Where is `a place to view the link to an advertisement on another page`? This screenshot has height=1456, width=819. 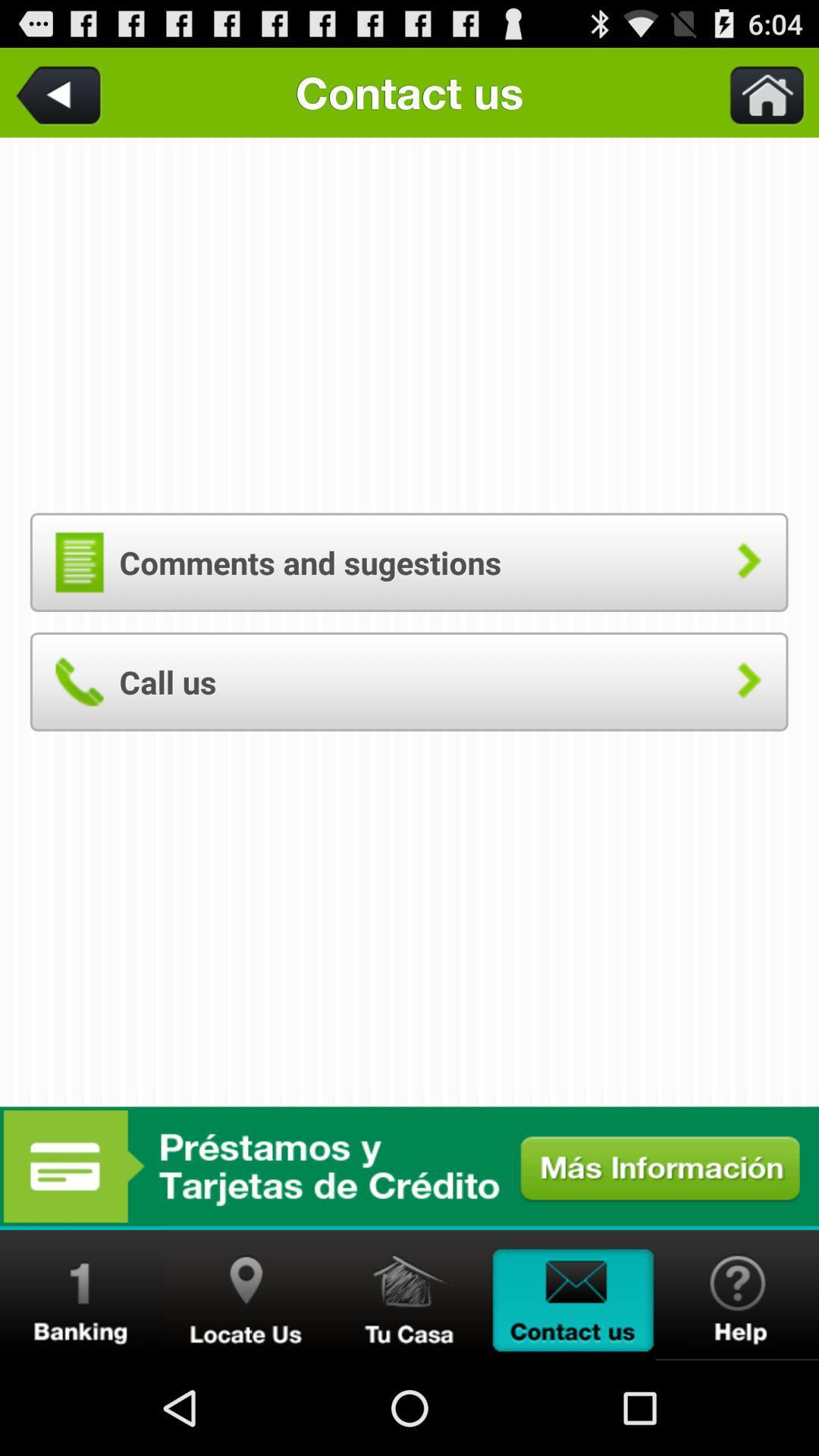
a place to view the link to an advertisement on another page is located at coordinates (409, 1166).